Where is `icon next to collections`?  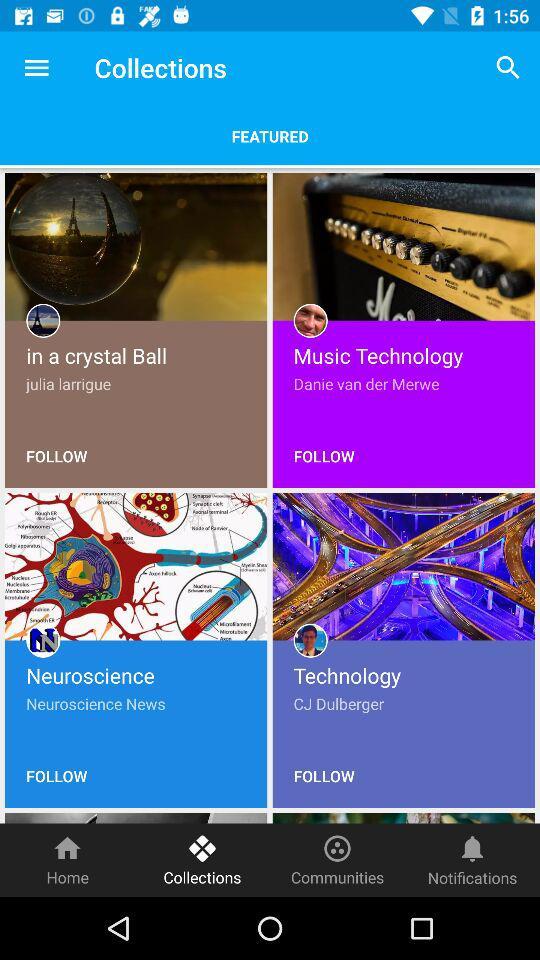 icon next to collections is located at coordinates (36, 68).